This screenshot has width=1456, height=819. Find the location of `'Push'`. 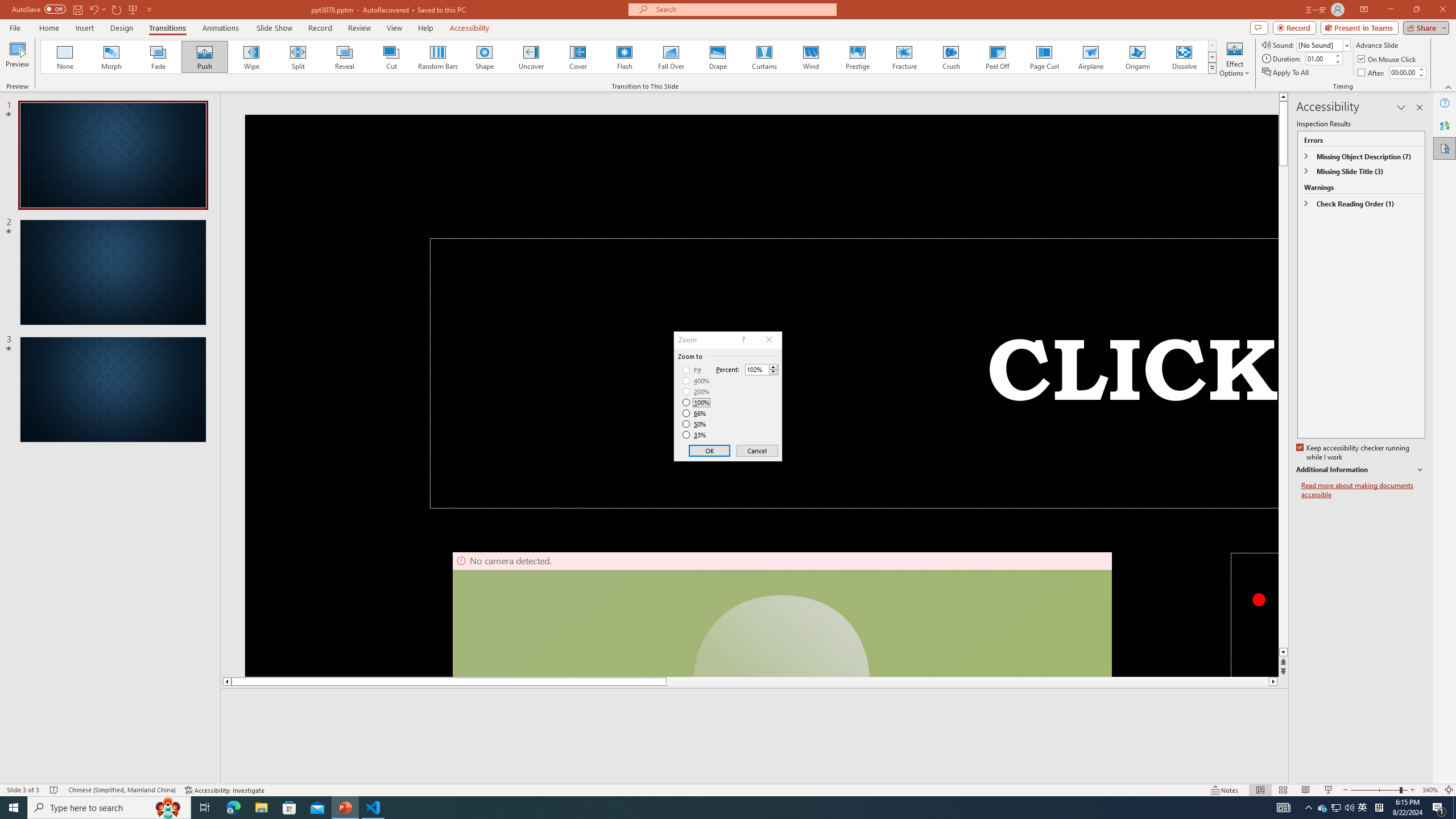

'Push' is located at coordinates (204, 56).